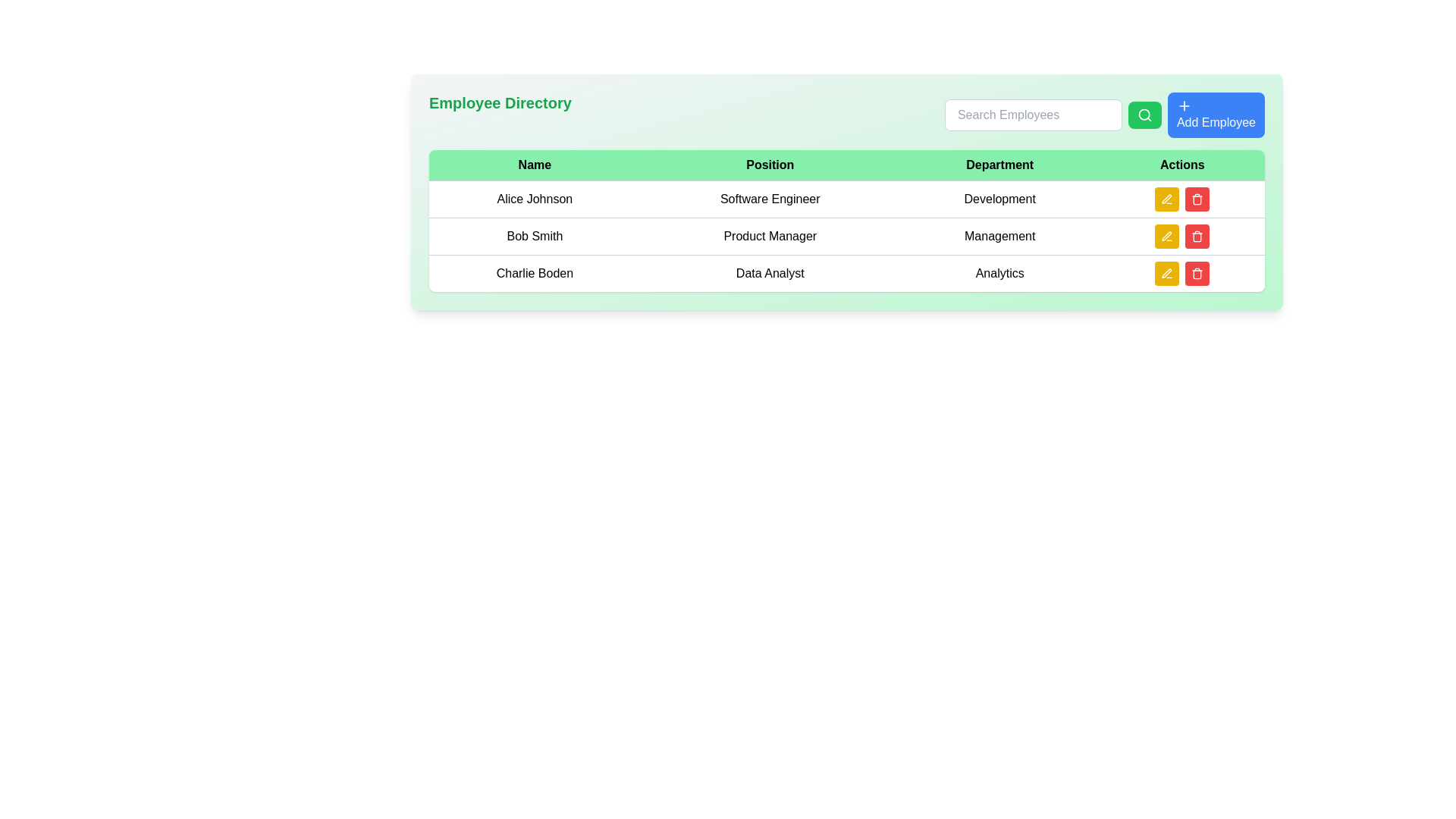 Image resolution: width=1456 pixels, height=819 pixels. I want to click on the trash icon button in the 'Actions' column, so click(1197, 237).